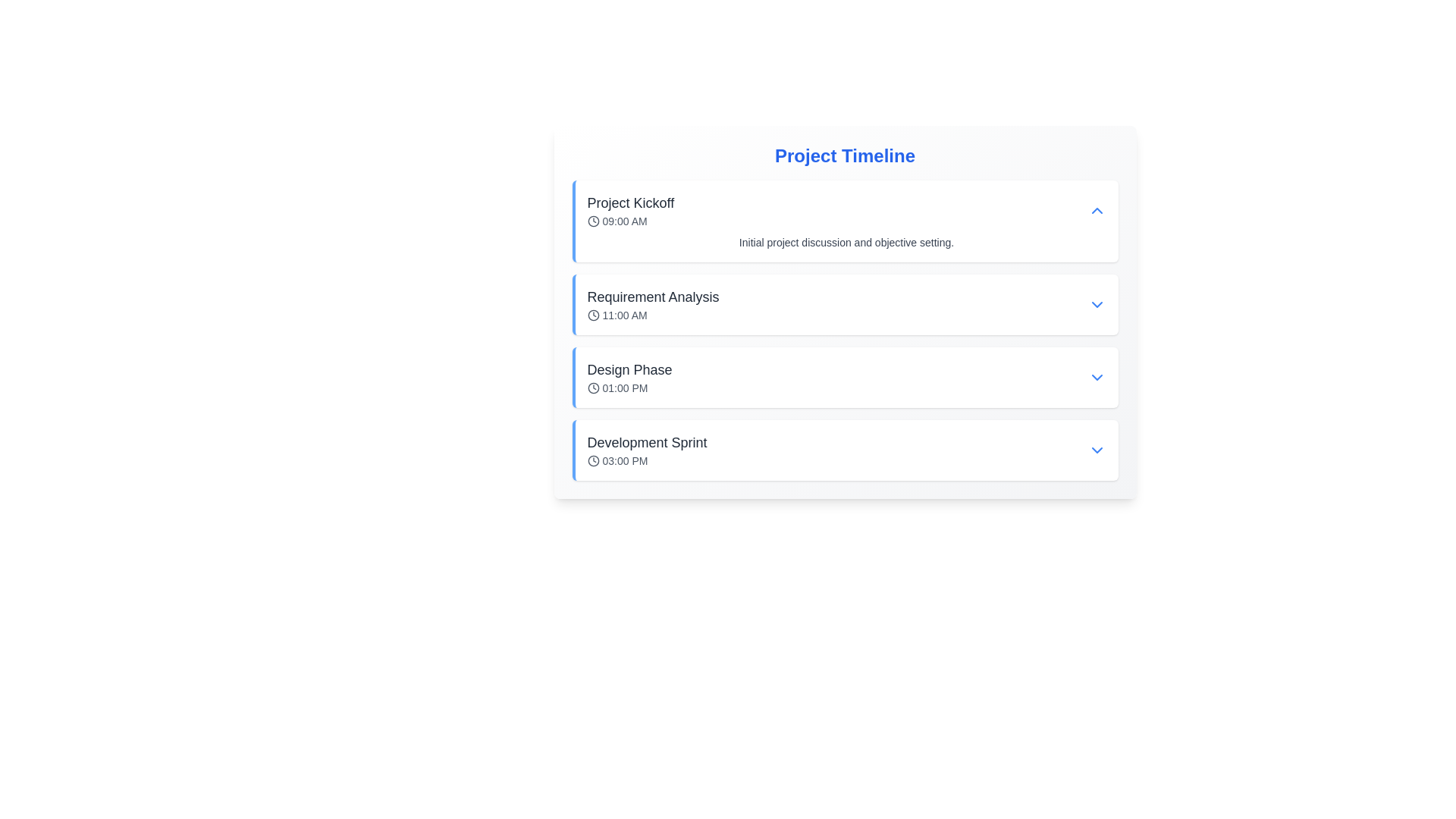  I want to click on the text label that identifies the event or activity in the 'Project Timeline', positioned between 'Project Kickoff' and 'Design Phase' and above the time label '11:00 AM', so click(653, 297).